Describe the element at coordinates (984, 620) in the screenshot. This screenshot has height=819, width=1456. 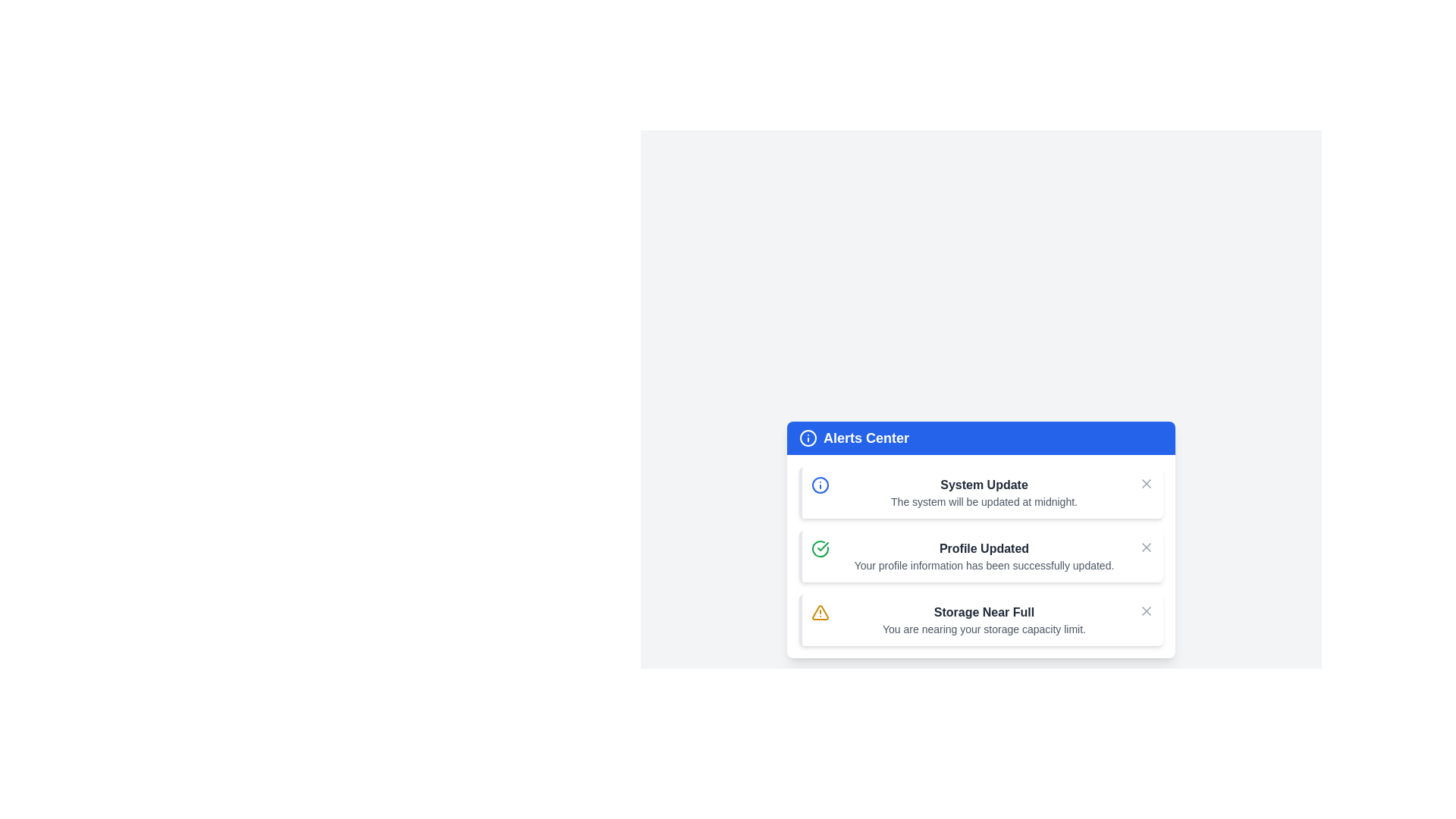
I see `the 'Storage Near Full' warning notification element, which is the third notification in the stack beneath 'Profile Updated' in the 'Alerts Center' interface, identifiable by its yellow warning icon` at that location.